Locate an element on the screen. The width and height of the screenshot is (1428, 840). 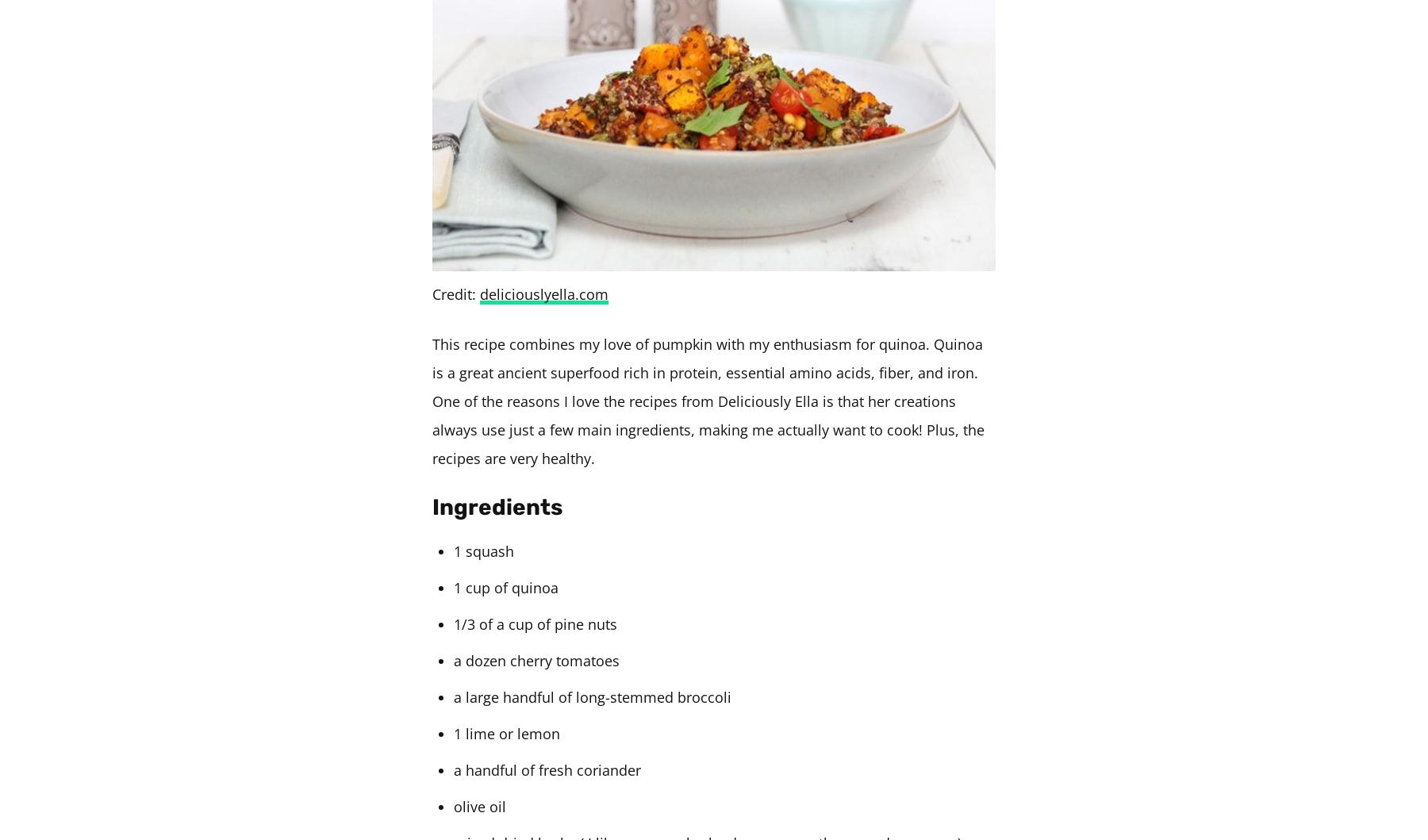
'Credit:' is located at coordinates (455, 293).